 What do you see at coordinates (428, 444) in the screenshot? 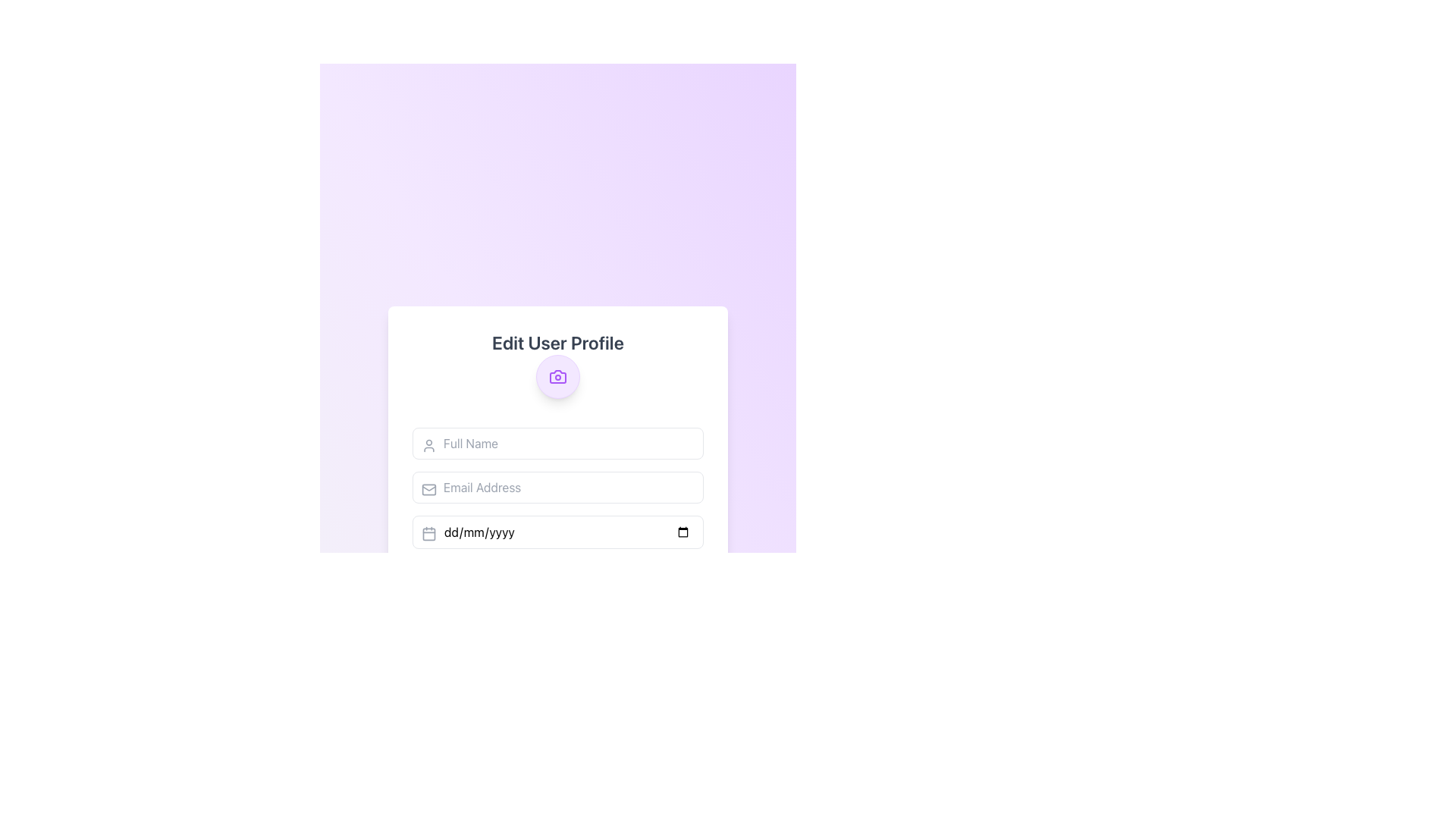
I see `the icon located at the top-left corner of the 'Full Name' text input field, which indicates the purpose of the field for entering a user's name` at bounding box center [428, 444].